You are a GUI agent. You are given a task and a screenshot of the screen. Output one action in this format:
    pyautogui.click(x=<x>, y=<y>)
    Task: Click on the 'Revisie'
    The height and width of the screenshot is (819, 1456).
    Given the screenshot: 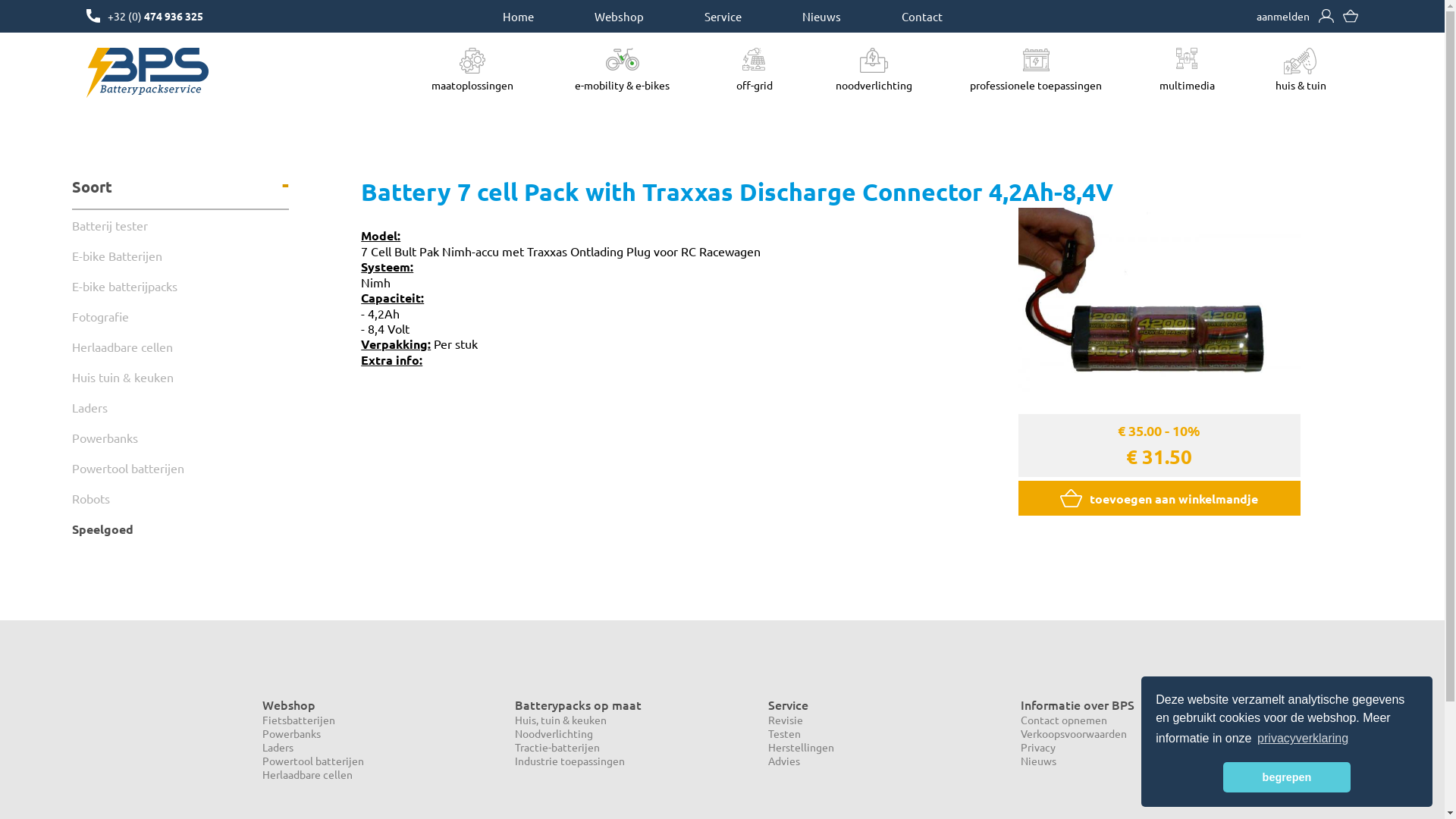 What is the action you would take?
    pyautogui.click(x=785, y=718)
    